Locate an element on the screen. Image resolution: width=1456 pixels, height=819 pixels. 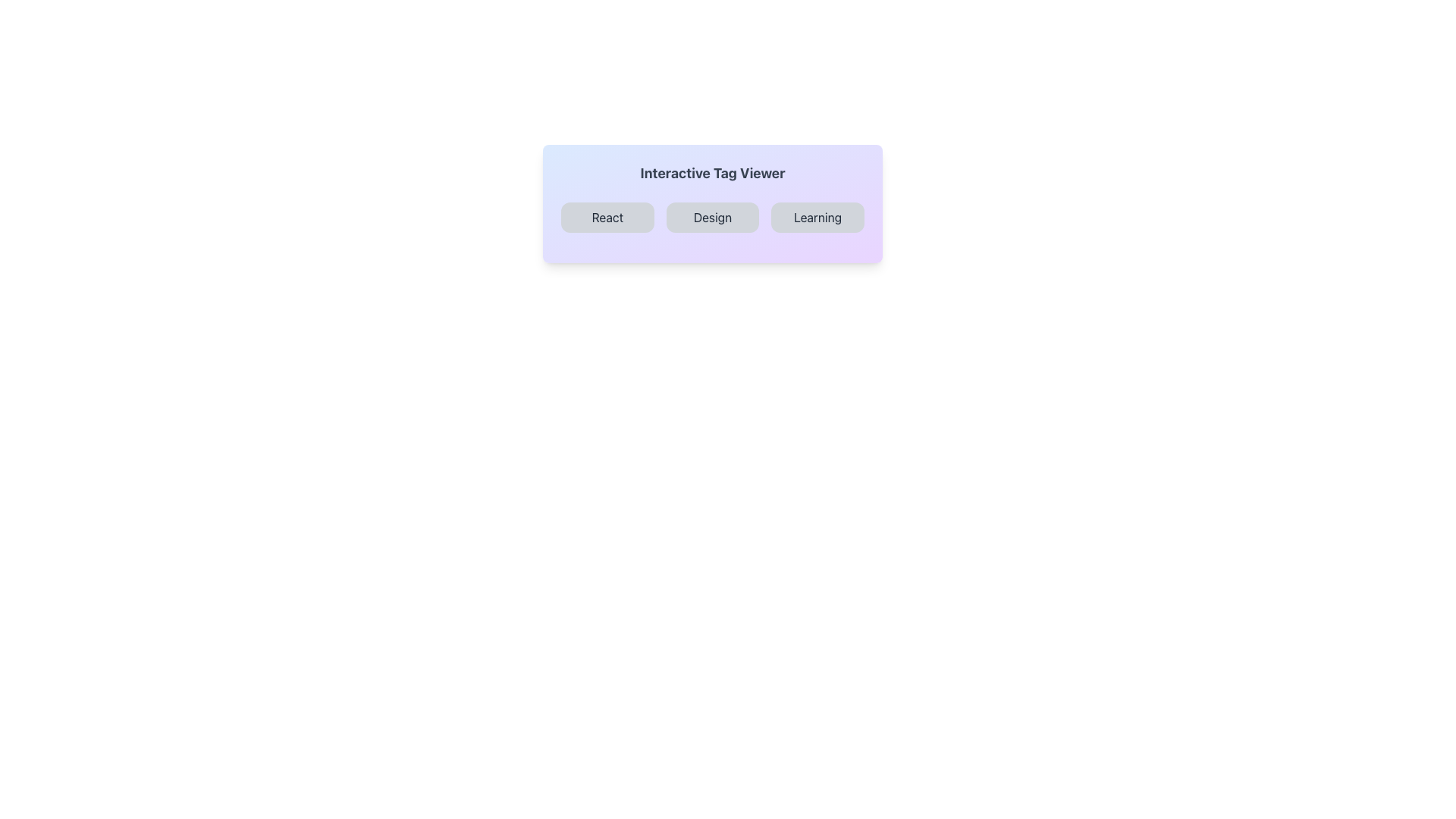
the 'Design' tag, which is a button-like UI component with a gray background and darker gray text, located in the center of a row of three similar elements within the 'Interactive Tag Viewer' subsection is located at coordinates (712, 223).